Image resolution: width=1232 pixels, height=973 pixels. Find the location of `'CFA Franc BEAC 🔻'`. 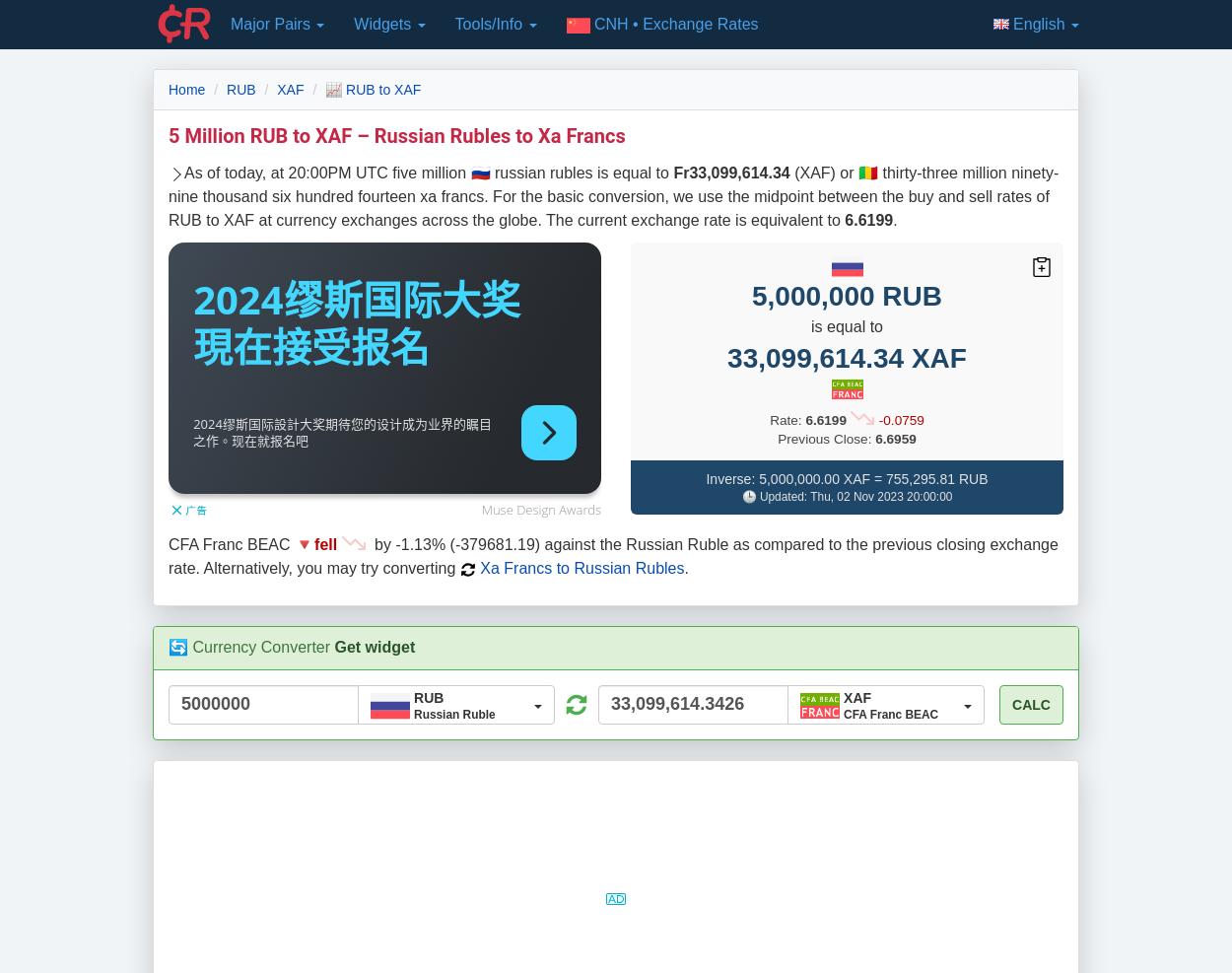

'CFA Franc BEAC 🔻' is located at coordinates (169, 544).